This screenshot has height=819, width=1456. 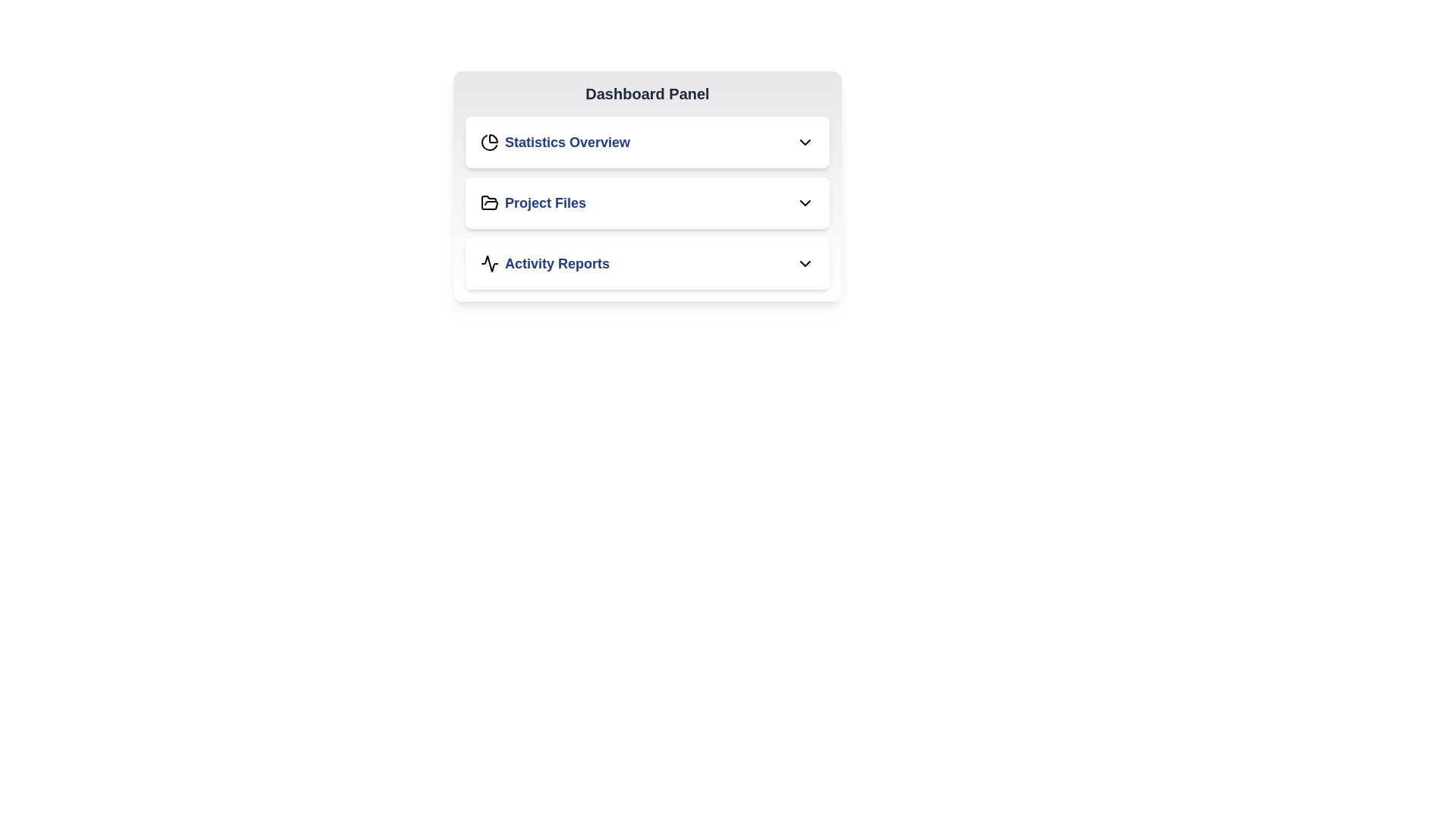 I want to click on the icon associated with the Project Files section, so click(x=490, y=202).